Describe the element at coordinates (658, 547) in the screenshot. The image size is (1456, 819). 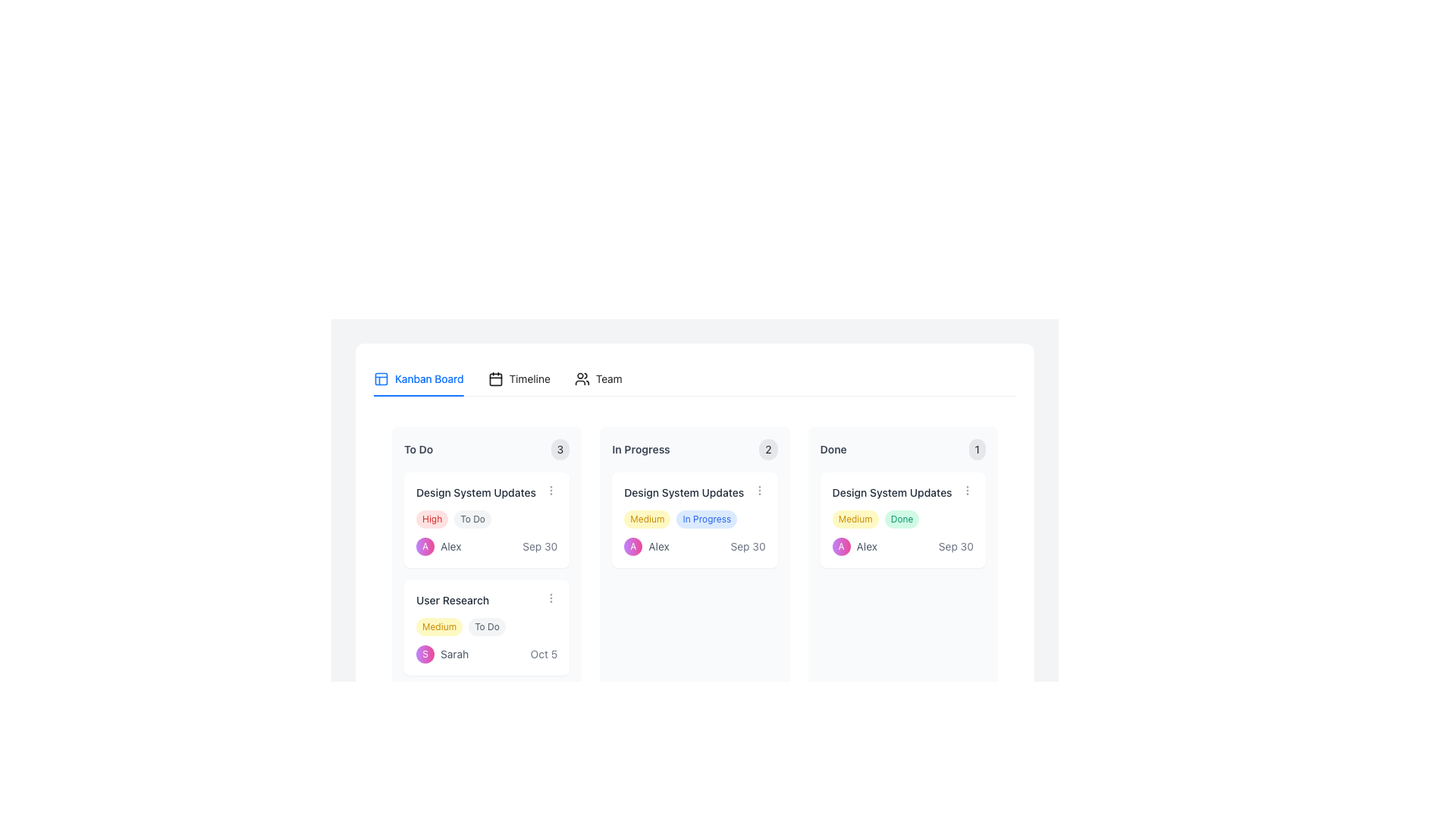
I see `the Text Label representing the user or assignee's name` at that location.